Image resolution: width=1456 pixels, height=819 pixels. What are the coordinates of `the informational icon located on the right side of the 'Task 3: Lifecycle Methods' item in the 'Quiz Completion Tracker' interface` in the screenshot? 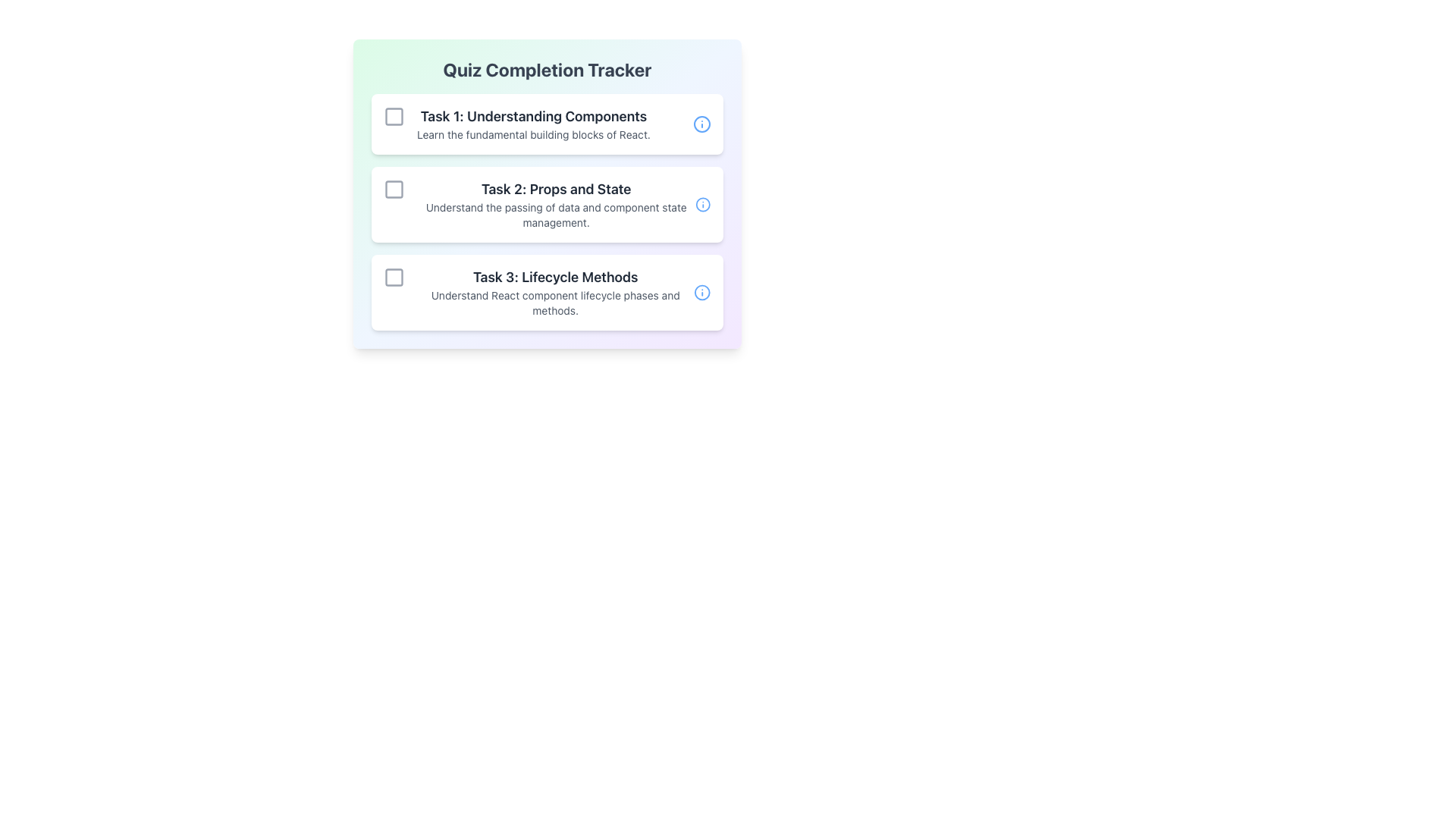 It's located at (701, 292).